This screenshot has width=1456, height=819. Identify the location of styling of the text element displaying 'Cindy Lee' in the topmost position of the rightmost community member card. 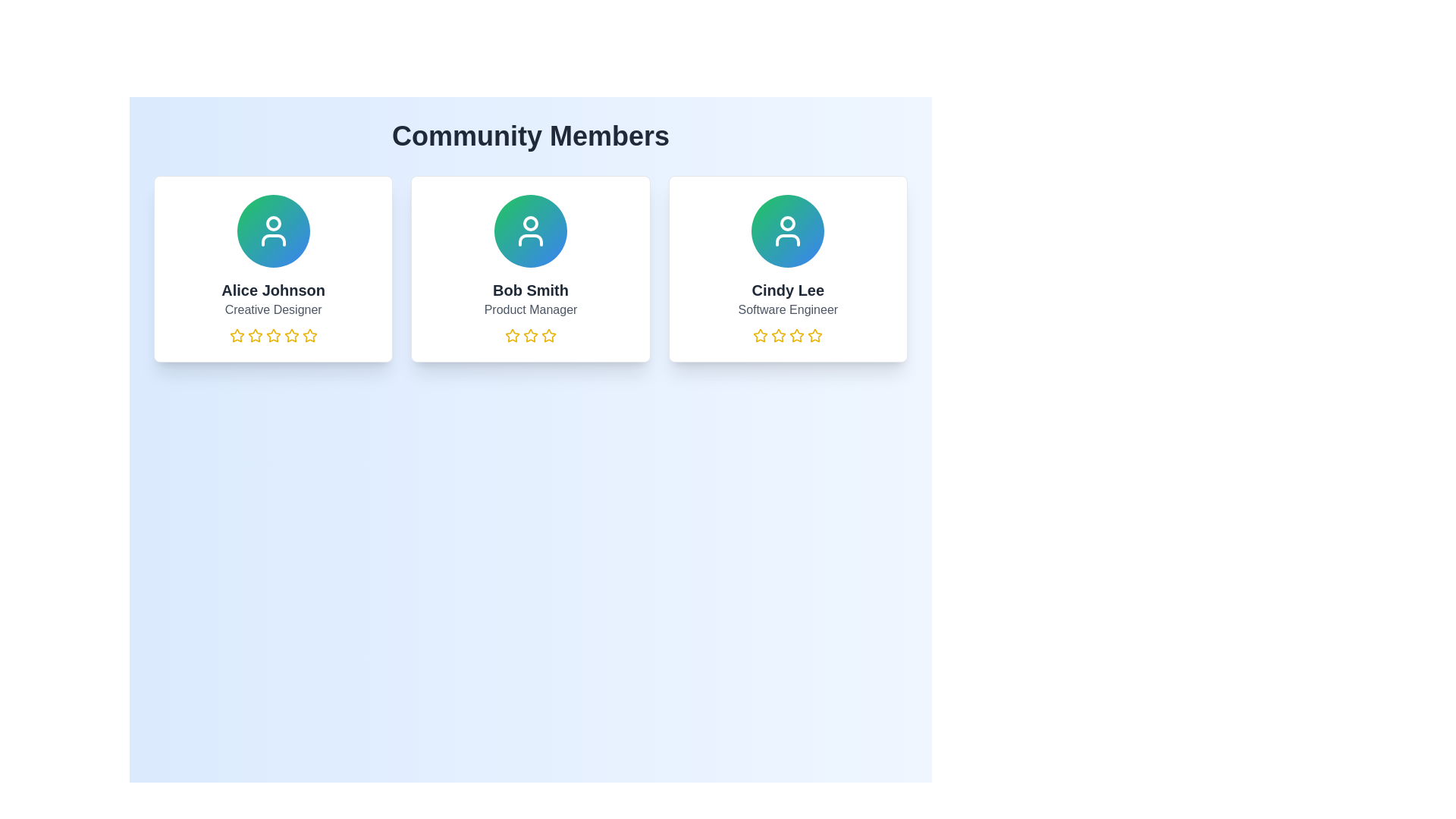
(788, 290).